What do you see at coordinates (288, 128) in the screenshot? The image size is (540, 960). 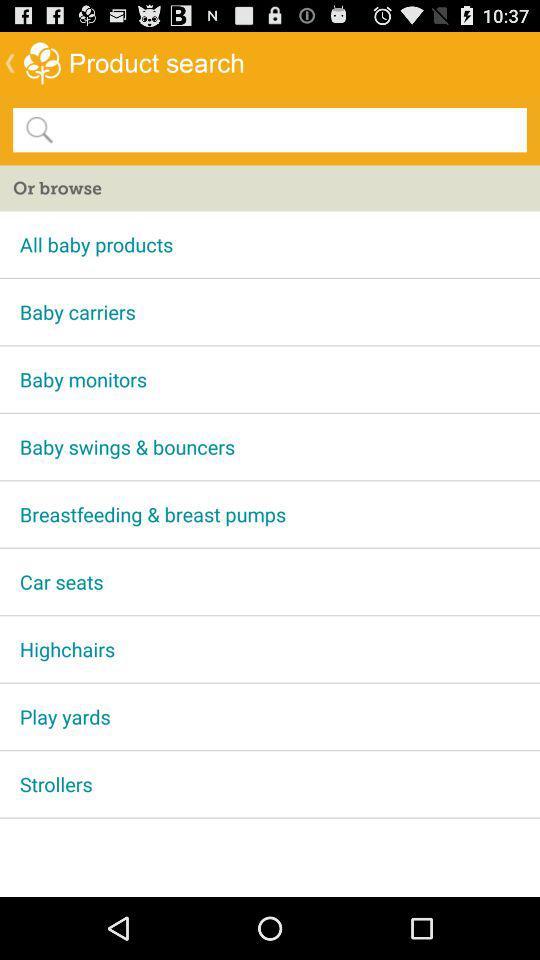 I see `search` at bounding box center [288, 128].